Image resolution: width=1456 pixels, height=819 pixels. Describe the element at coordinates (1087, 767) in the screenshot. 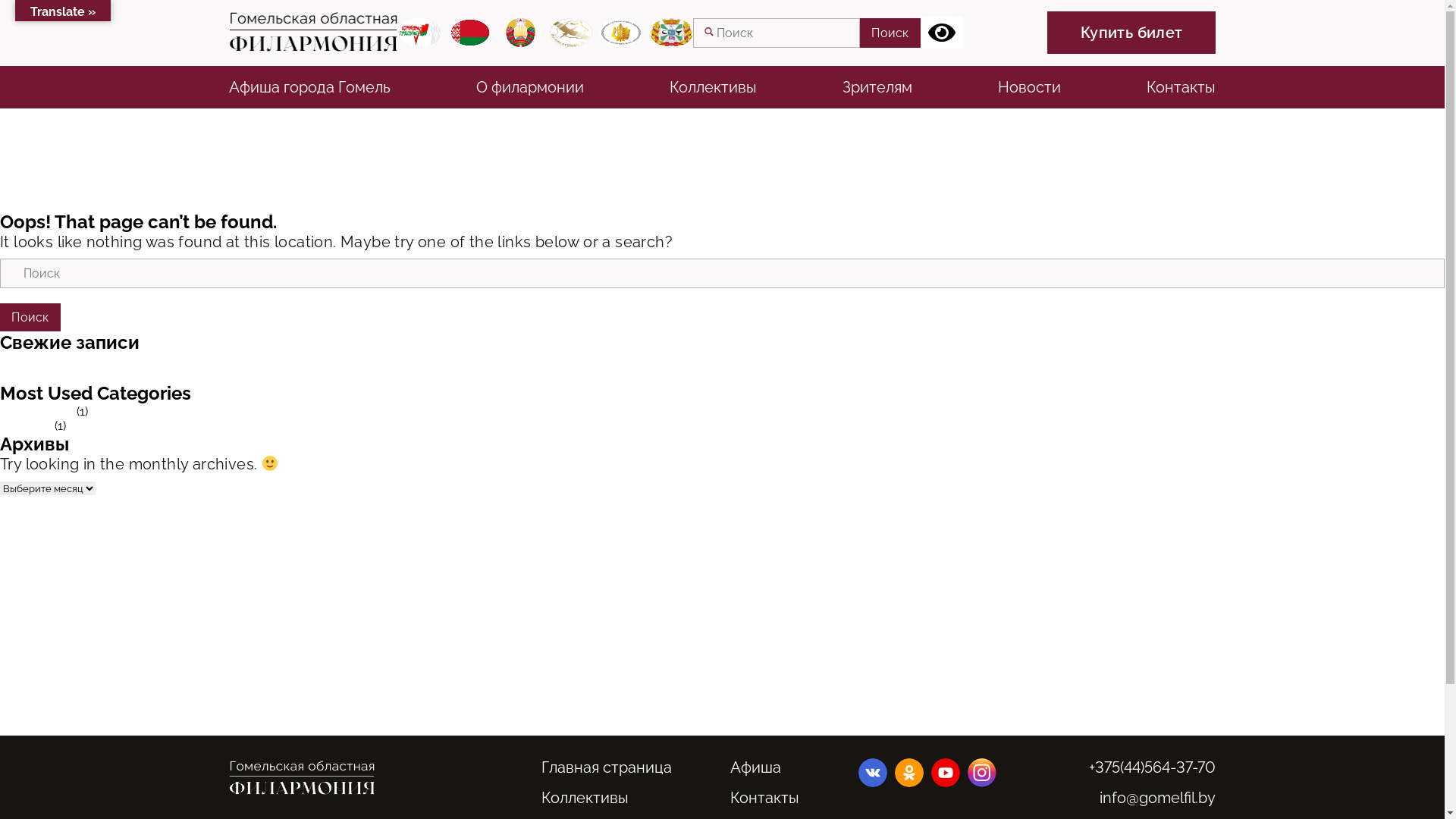

I see `'+375(44)564-37-70'` at that location.